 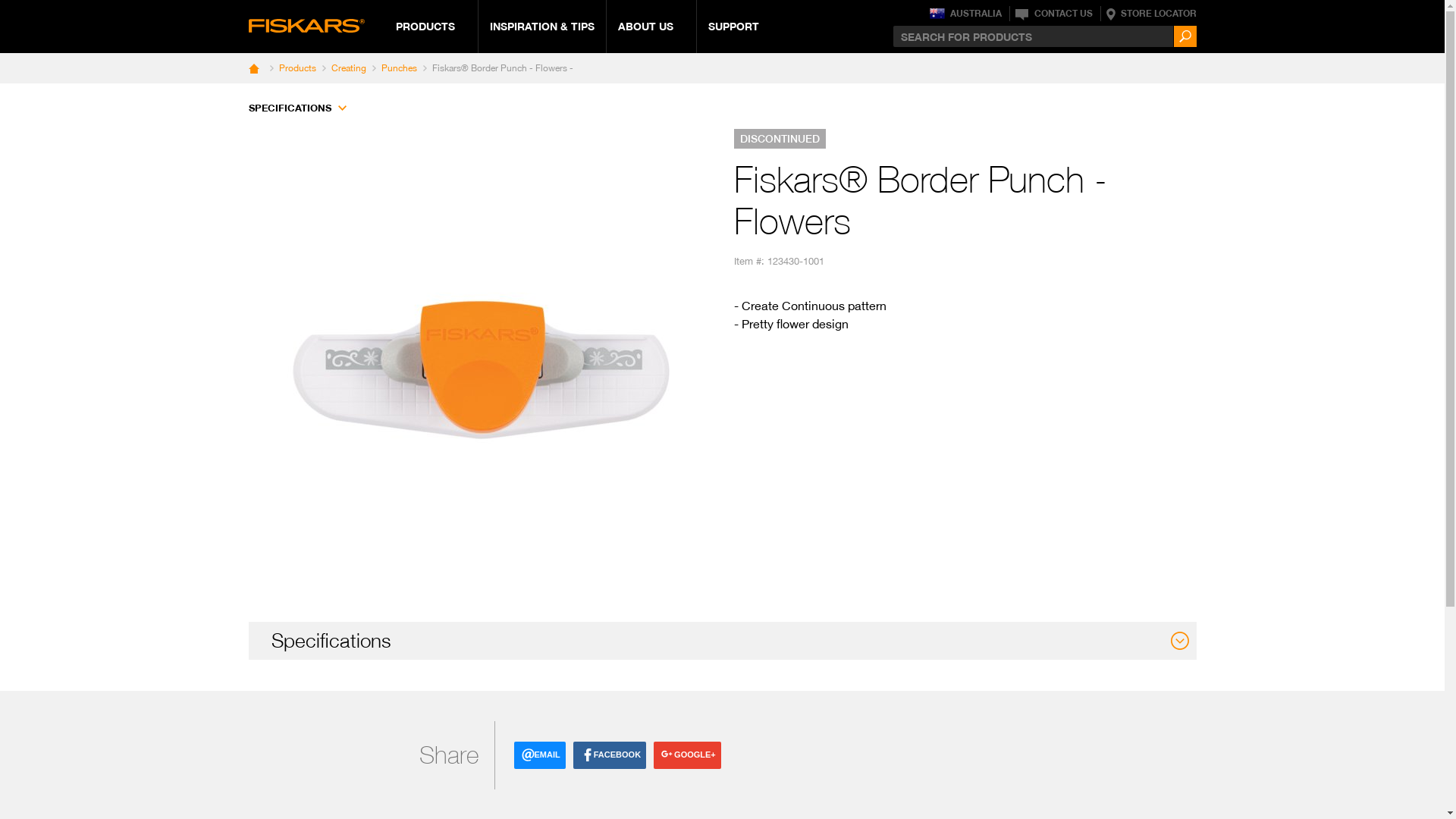 I want to click on 'Products', so click(x=296, y=67).